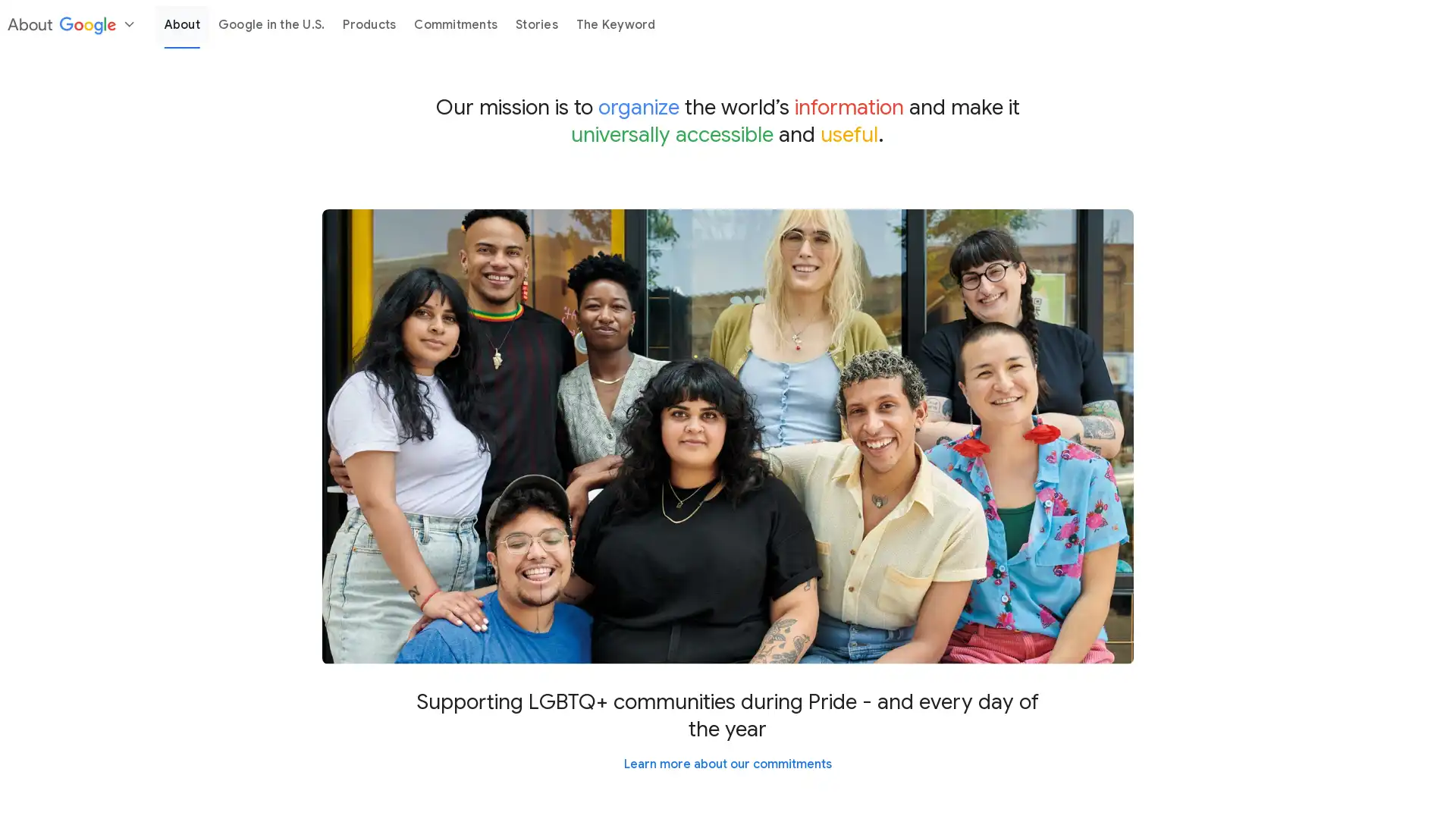 Image resolution: width=1456 pixels, height=819 pixels. Describe the element at coordinates (72, 24) in the screenshot. I see `About Google` at that location.